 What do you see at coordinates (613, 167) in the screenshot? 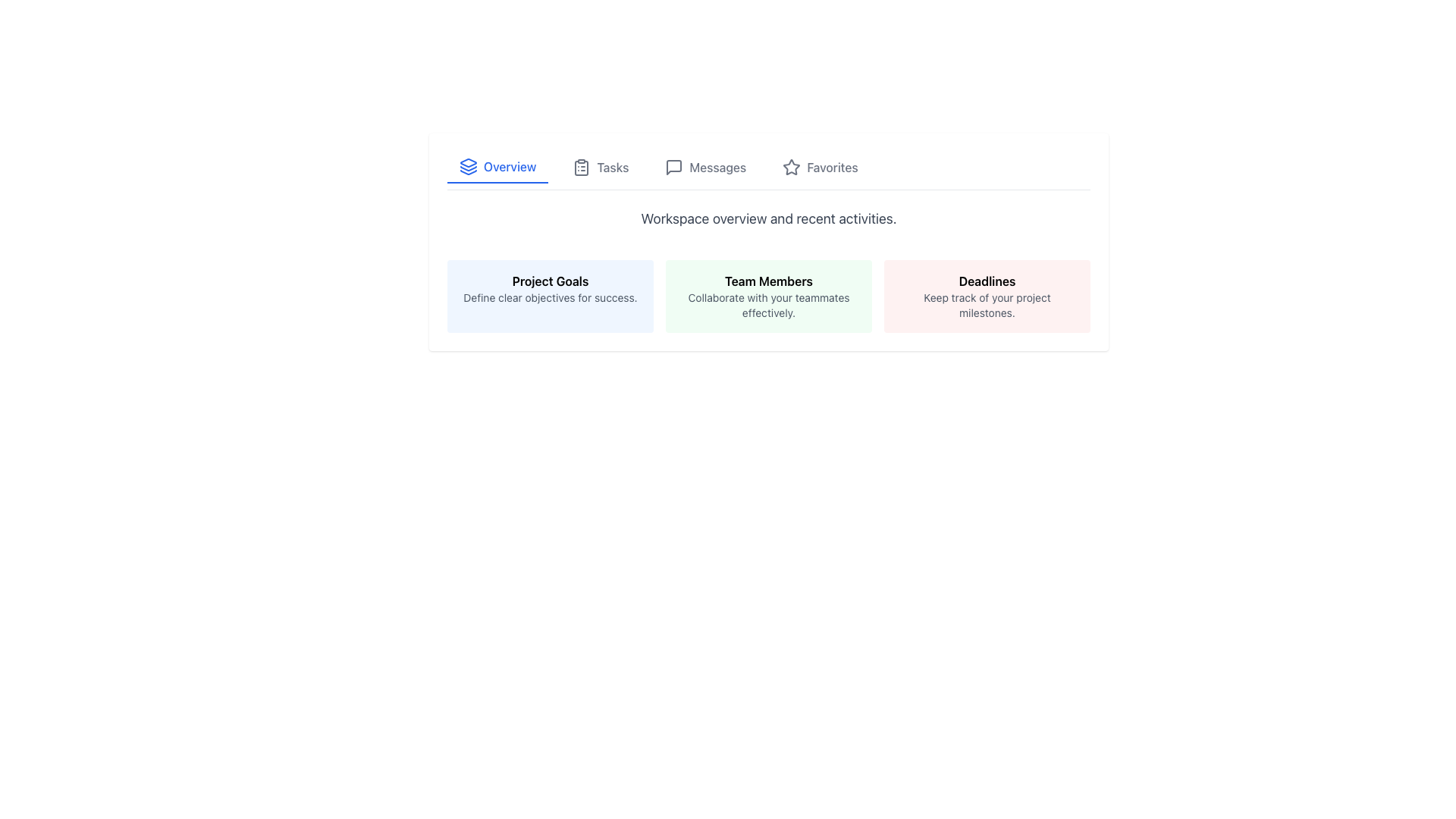
I see `the 'Tasks' text label in the top navigation bar, which is styled in medium gray font and appears after 'Overview' and before 'Messages'` at bounding box center [613, 167].